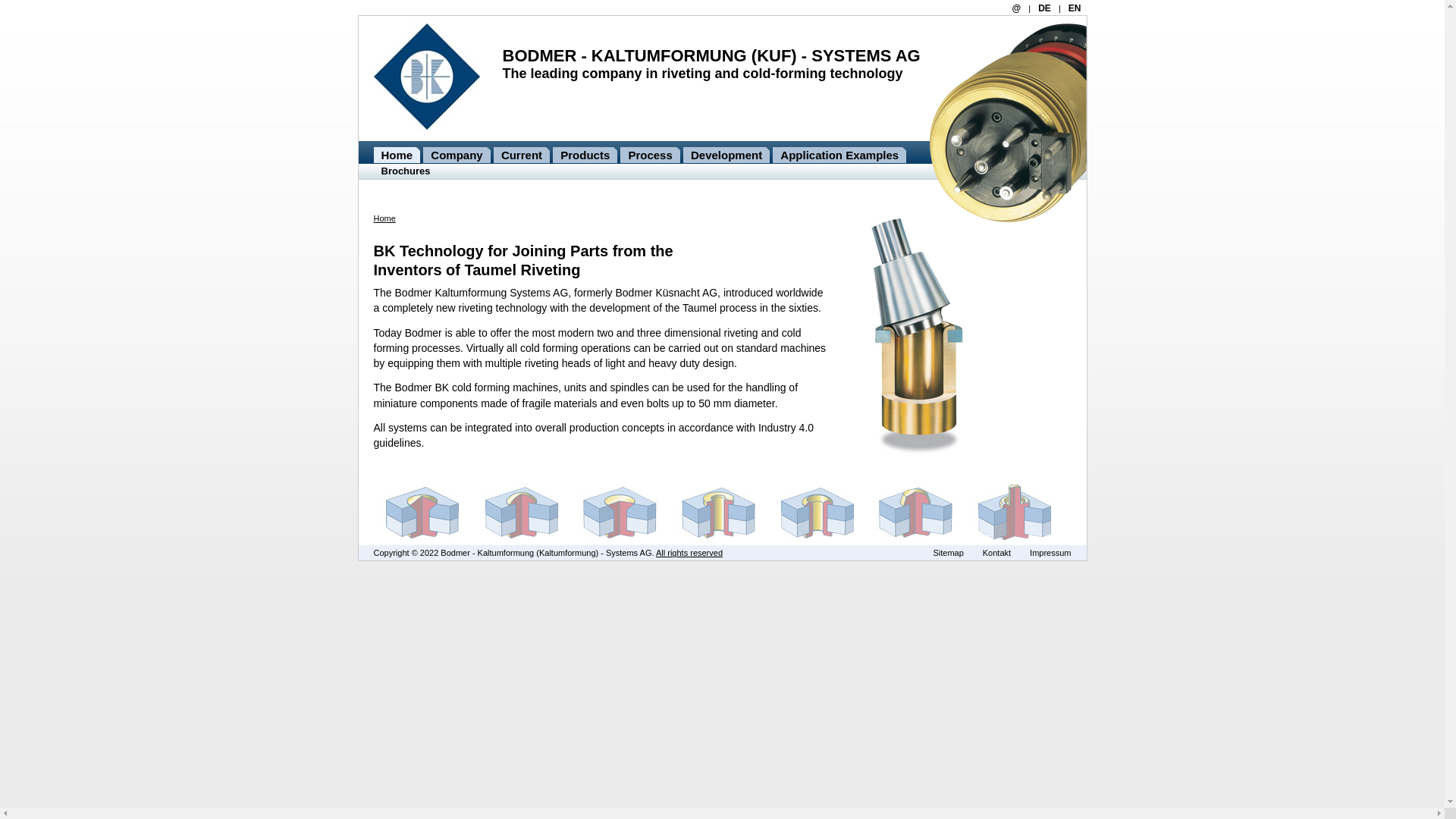 The image size is (1456, 819). I want to click on 'Kontakt', so click(996, 553).